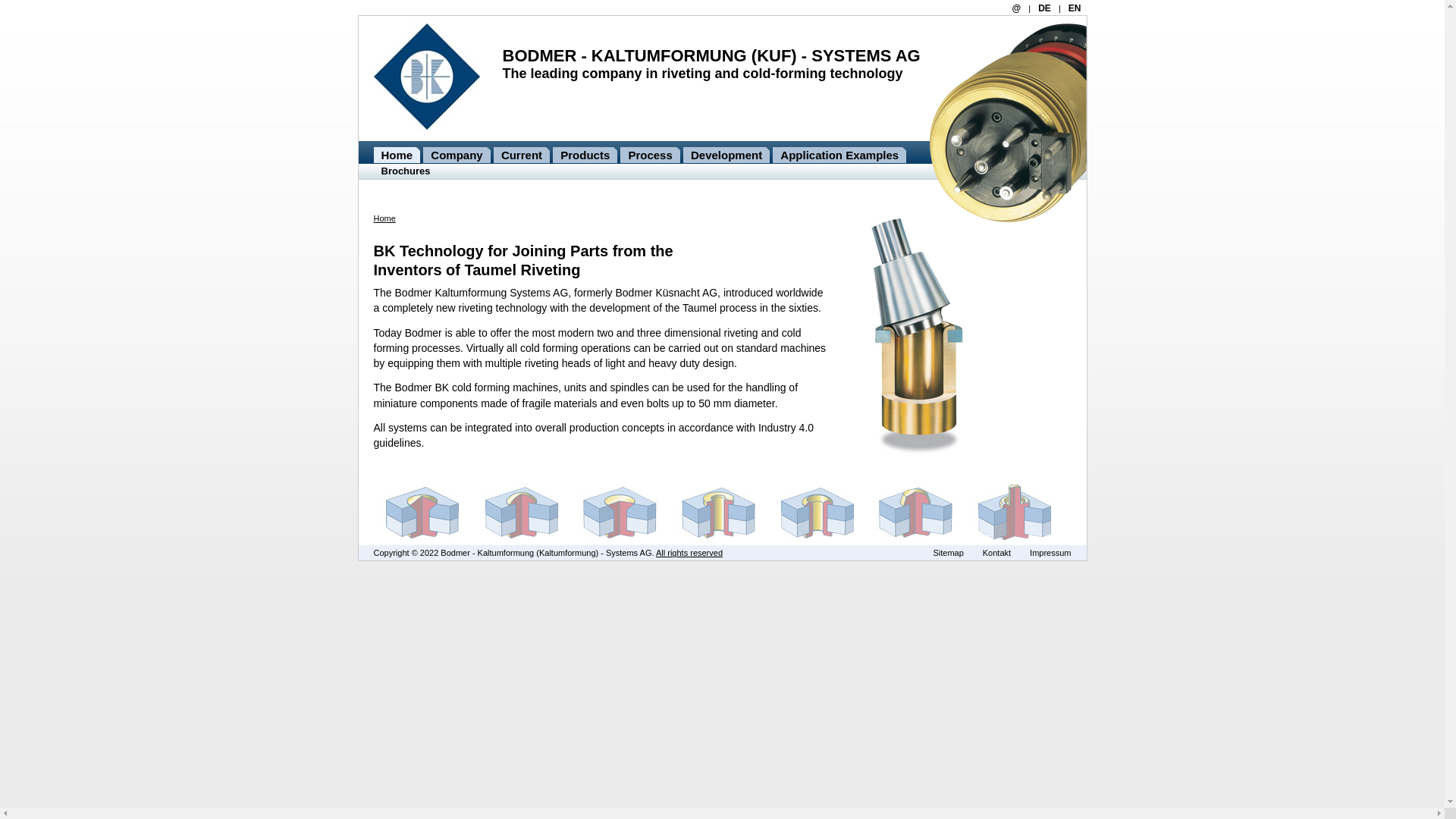 The image size is (1456, 819). I want to click on 'Kontakt', so click(996, 553).